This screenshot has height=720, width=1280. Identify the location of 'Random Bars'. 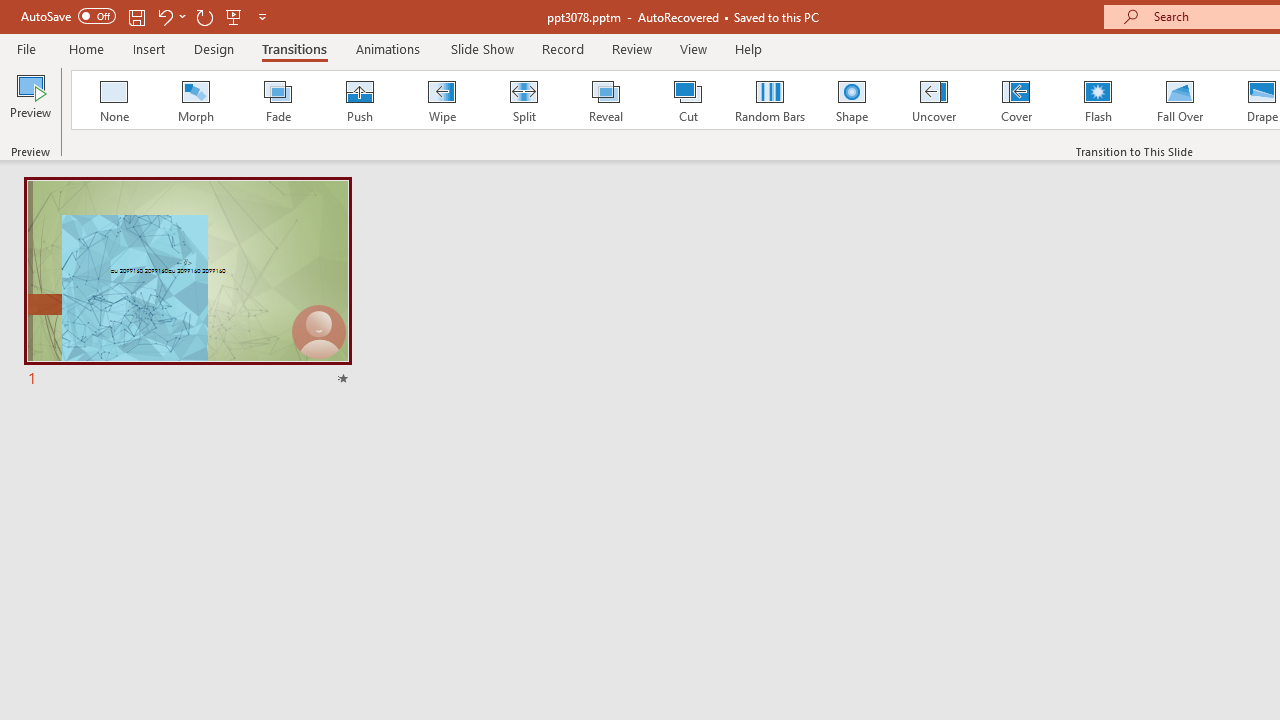
(769, 100).